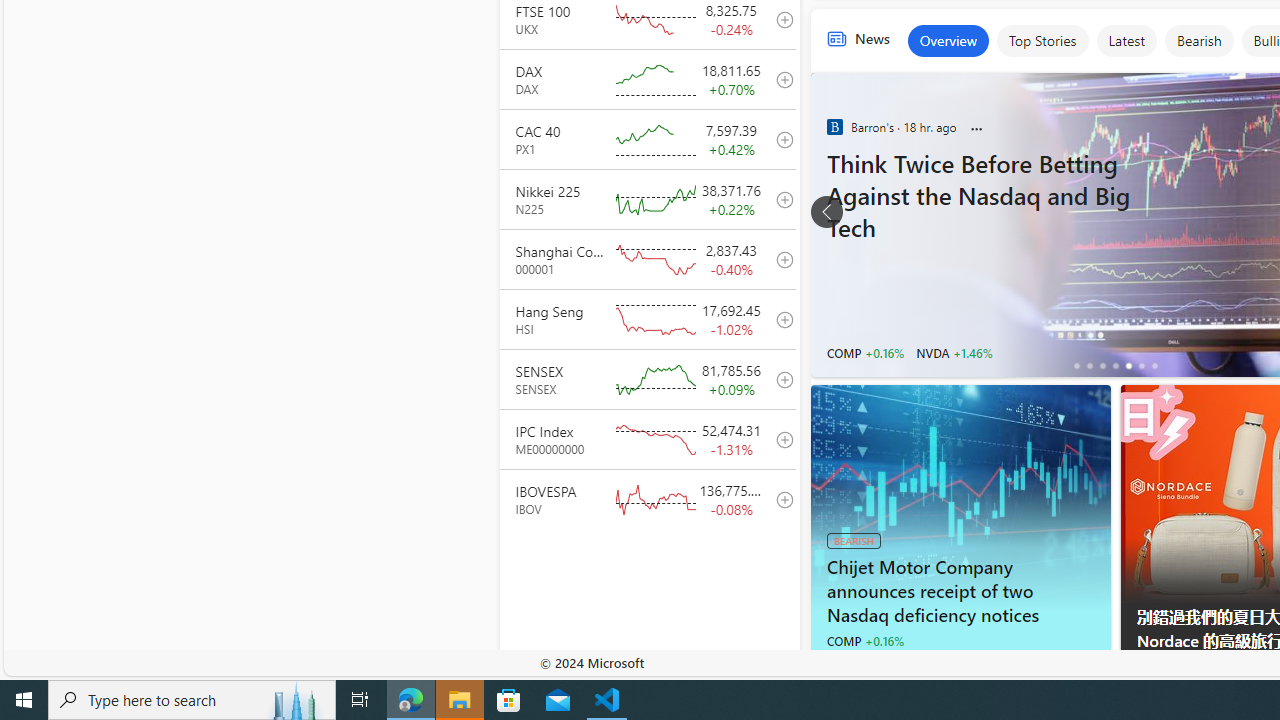 The width and height of the screenshot is (1280, 720). I want to click on 'Top Stories', so click(1040, 41).